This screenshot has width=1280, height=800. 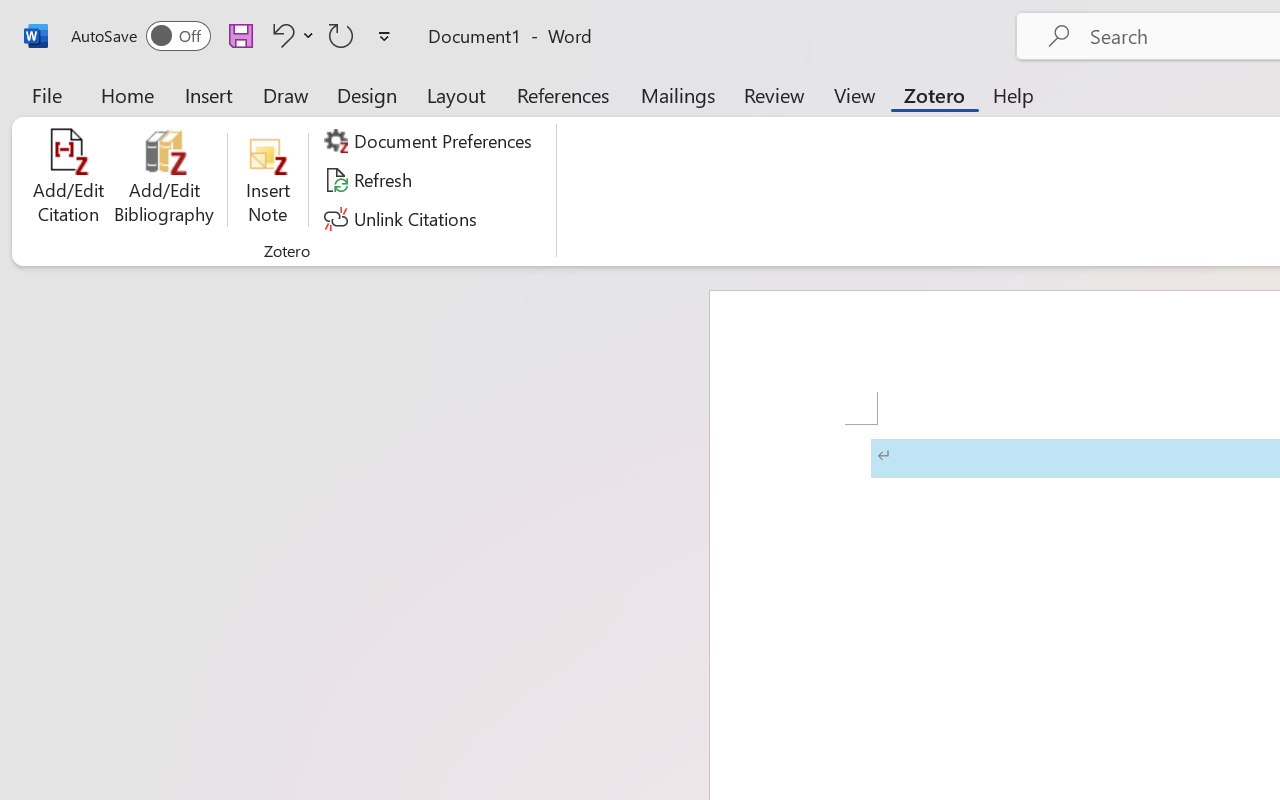 I want to click on 'Undo Apply Quick Style', so click(x=289, y=34).